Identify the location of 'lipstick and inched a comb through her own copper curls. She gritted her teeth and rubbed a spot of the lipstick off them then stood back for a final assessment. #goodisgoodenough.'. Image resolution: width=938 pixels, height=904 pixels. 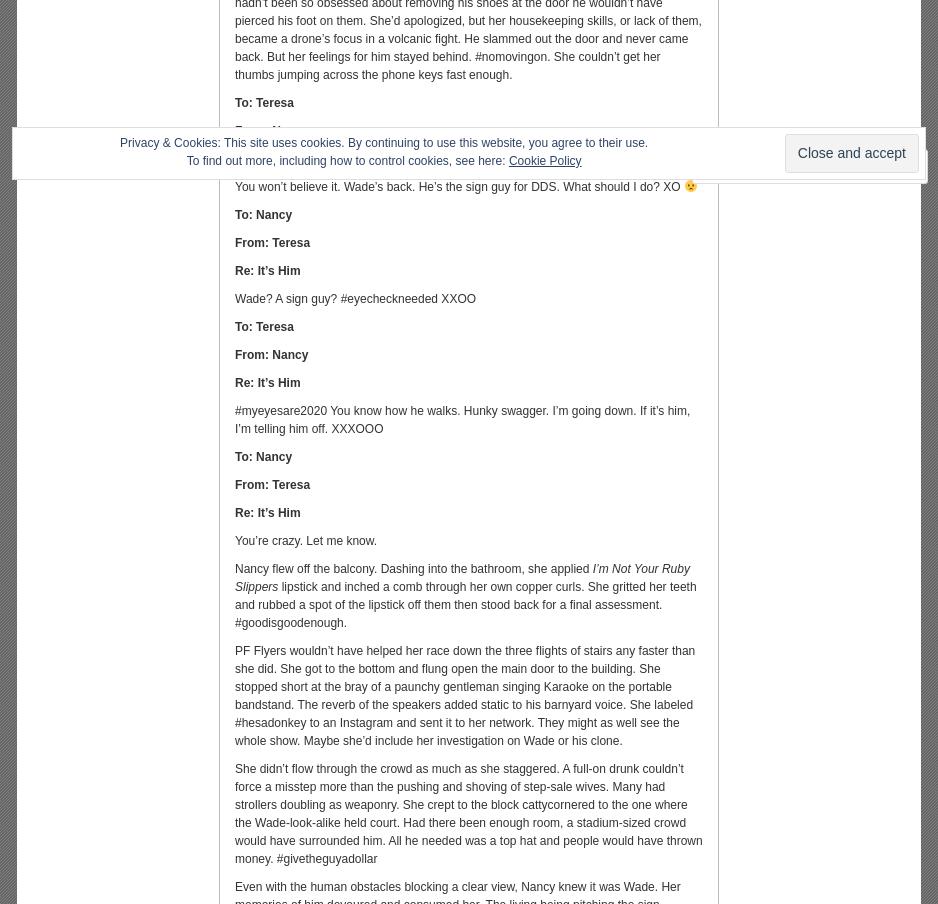
(464, 603).